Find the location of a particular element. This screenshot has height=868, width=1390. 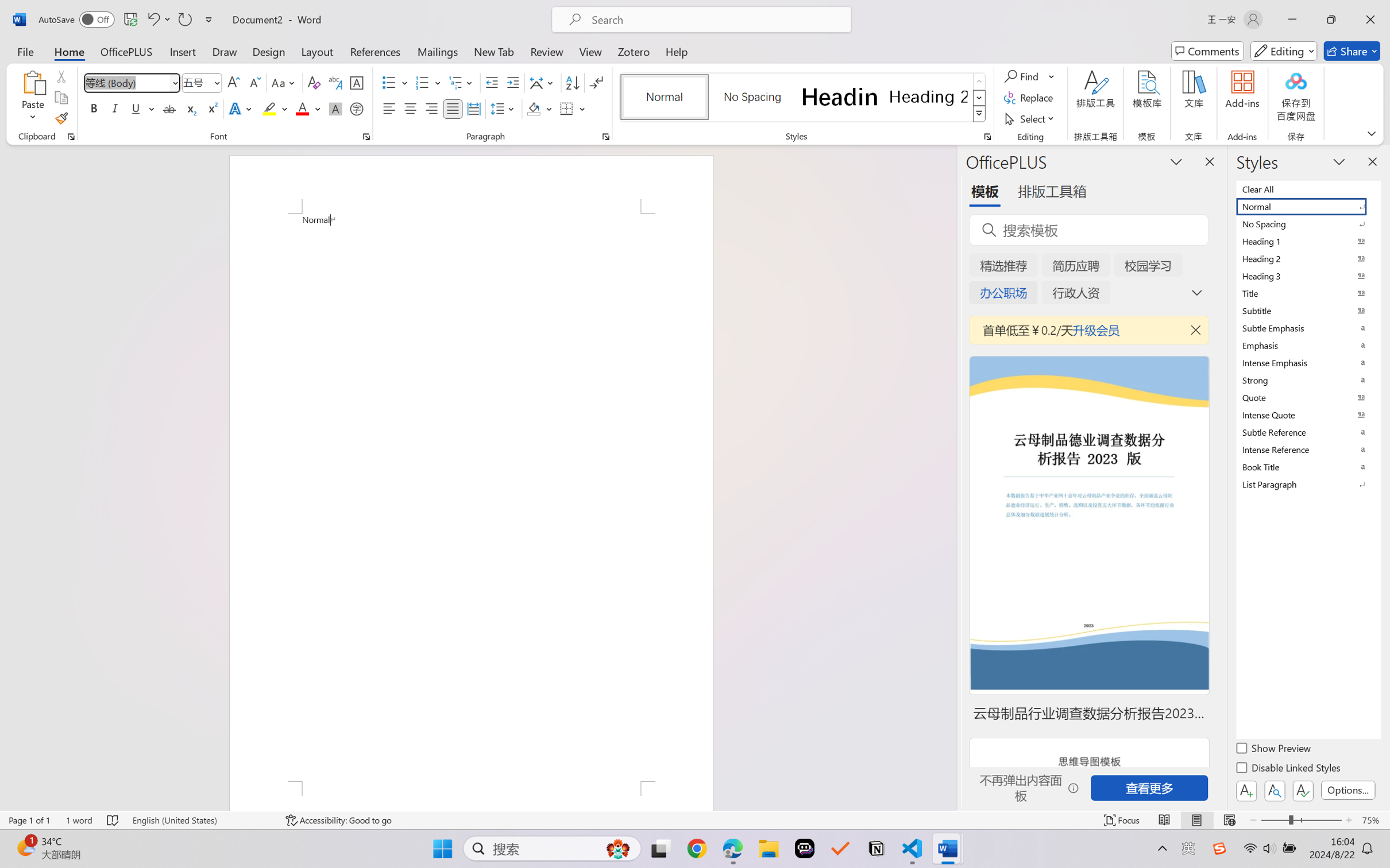

'Borders' is located at coordinates (572, 108).